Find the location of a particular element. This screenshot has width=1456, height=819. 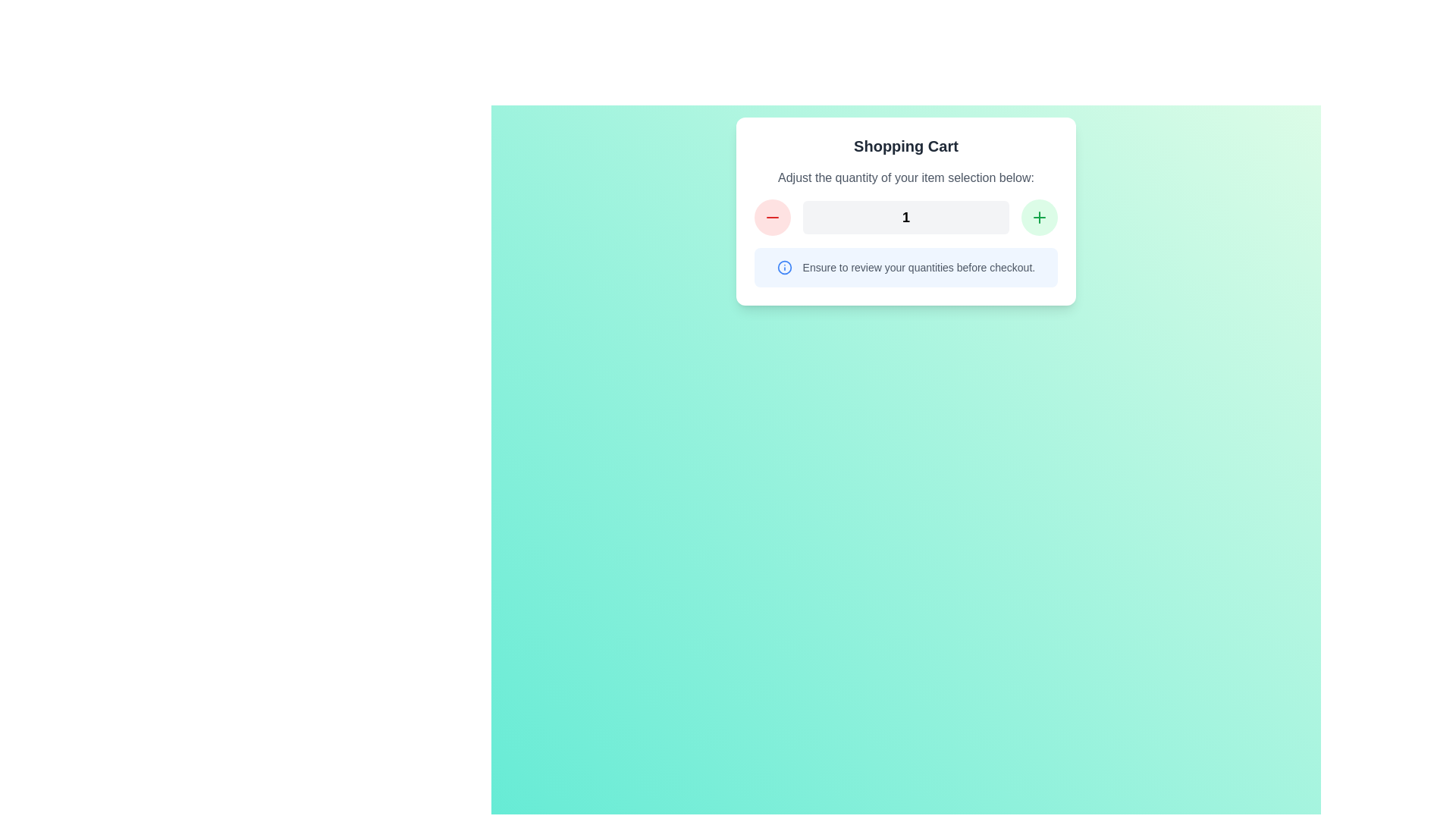

the text label that instructs the user to adjust item quantities, positioned below the 'Shopping Cart' title and above the quantity adjustment controls is located at coordinates (906, 177).